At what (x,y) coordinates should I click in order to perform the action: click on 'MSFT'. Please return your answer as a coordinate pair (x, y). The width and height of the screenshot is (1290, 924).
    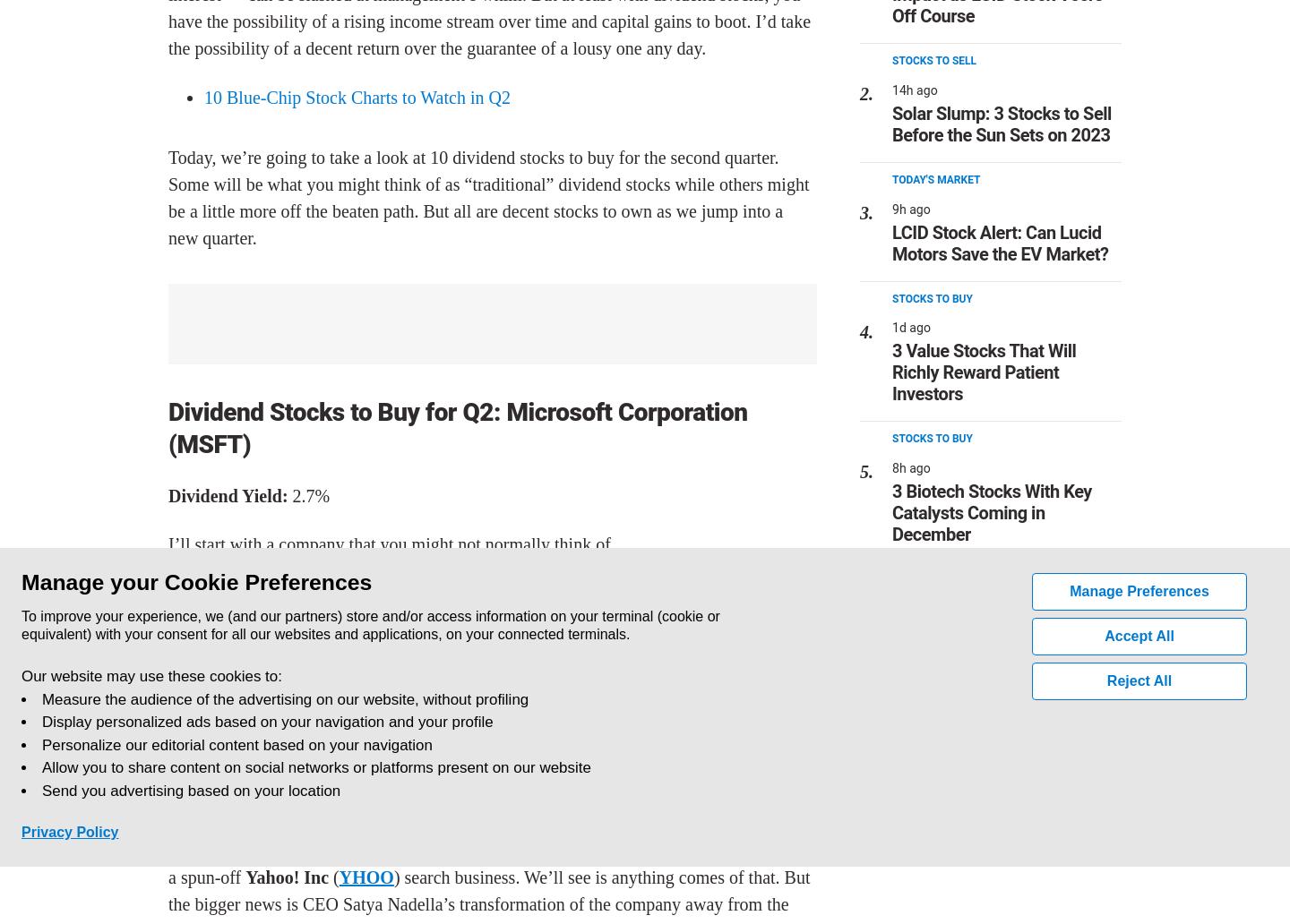
    Looking at the image, I should click on (513, 570).